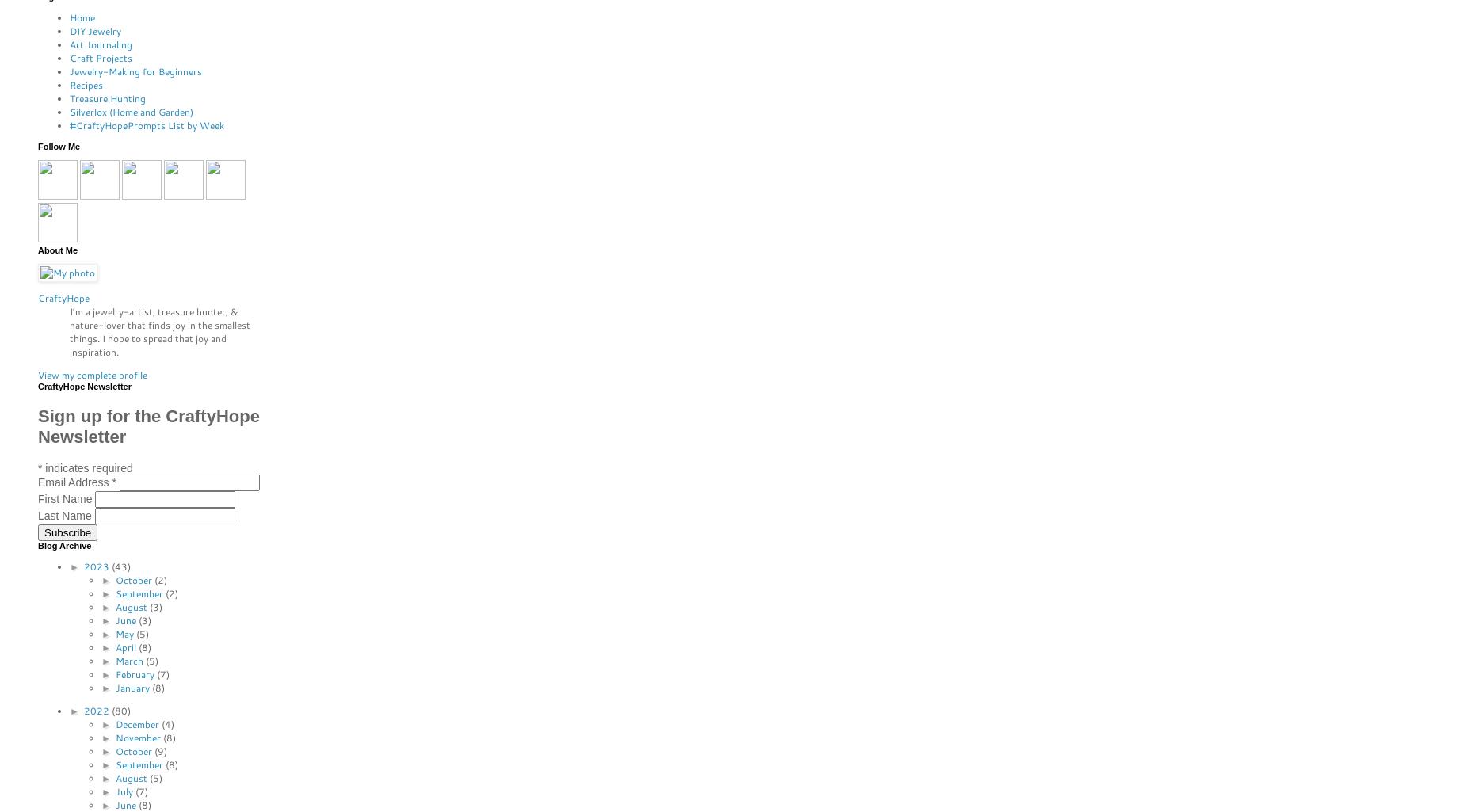  Describe the element at coordinates (114, 736) in the screenshot. I see `'November'` at that location.